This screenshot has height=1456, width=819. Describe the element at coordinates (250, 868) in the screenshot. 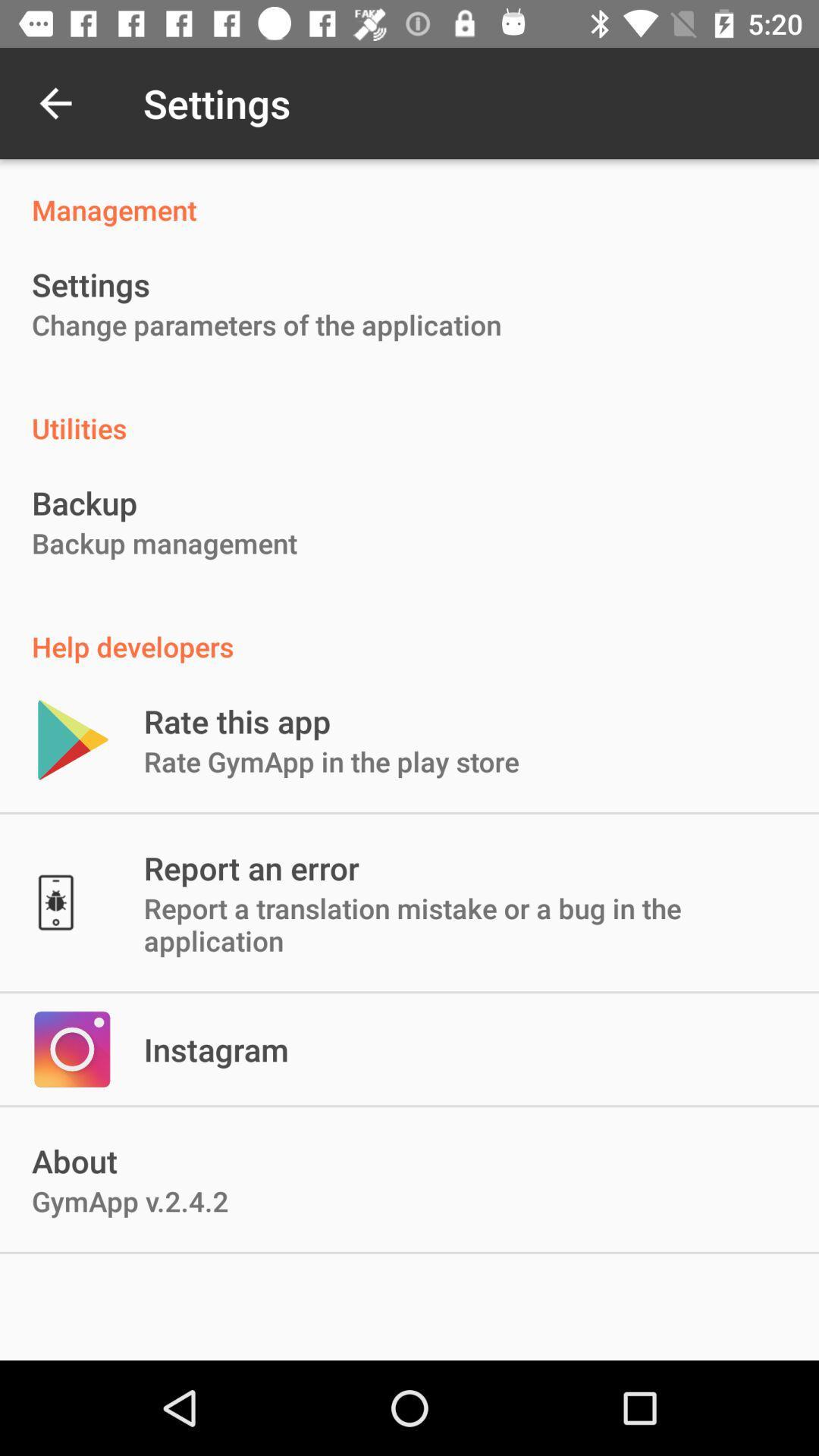

I see `icon below rate gymapp in item` at that location.